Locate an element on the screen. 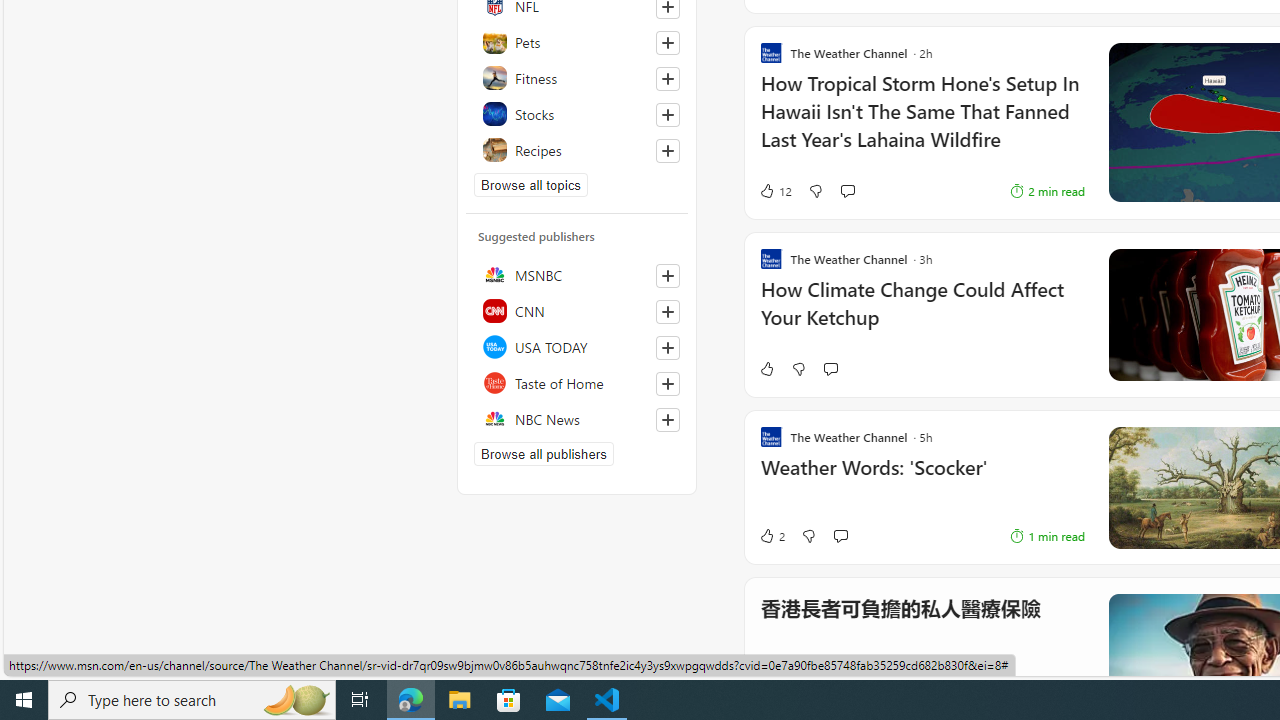 The width and height of the screenshot is (1280, 720). 'Browse all publishers' is located at coordinates (544, 453).